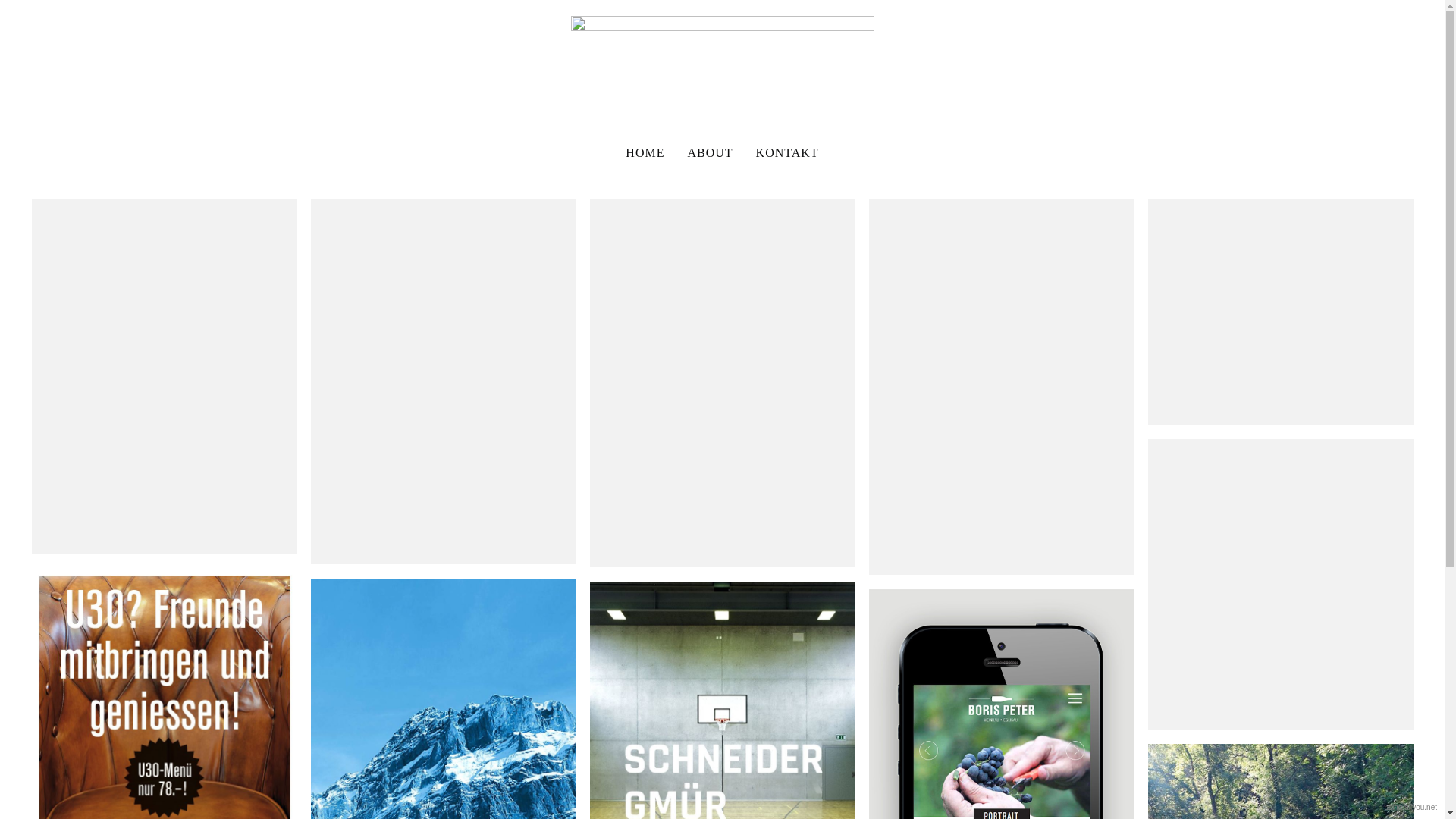 Image resolution: width=1456 pixels, height=819 pixels. I want to click on 'allyou.net', so click(1404, 806).